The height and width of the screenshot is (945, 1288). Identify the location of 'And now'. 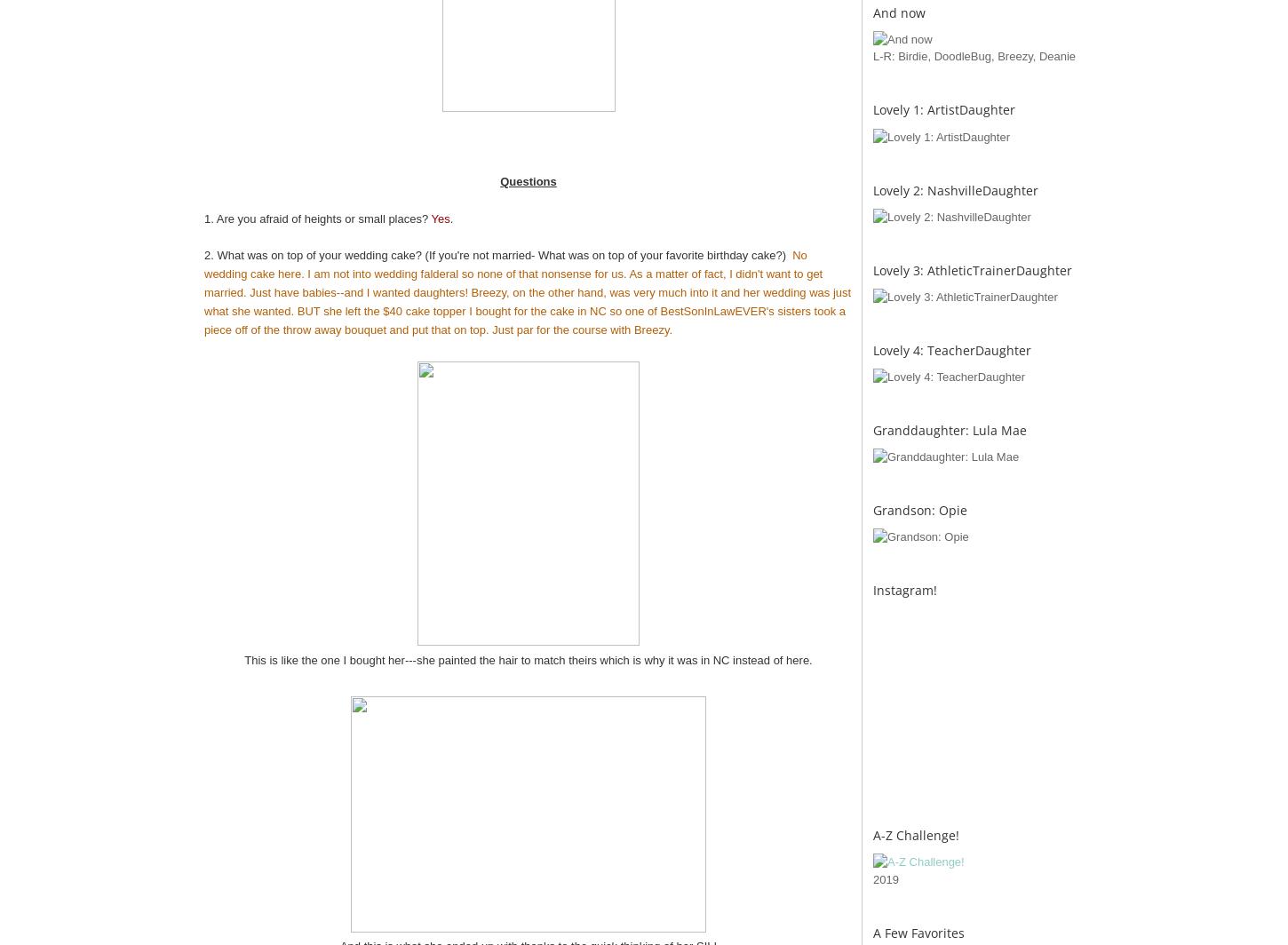
(899, 12).